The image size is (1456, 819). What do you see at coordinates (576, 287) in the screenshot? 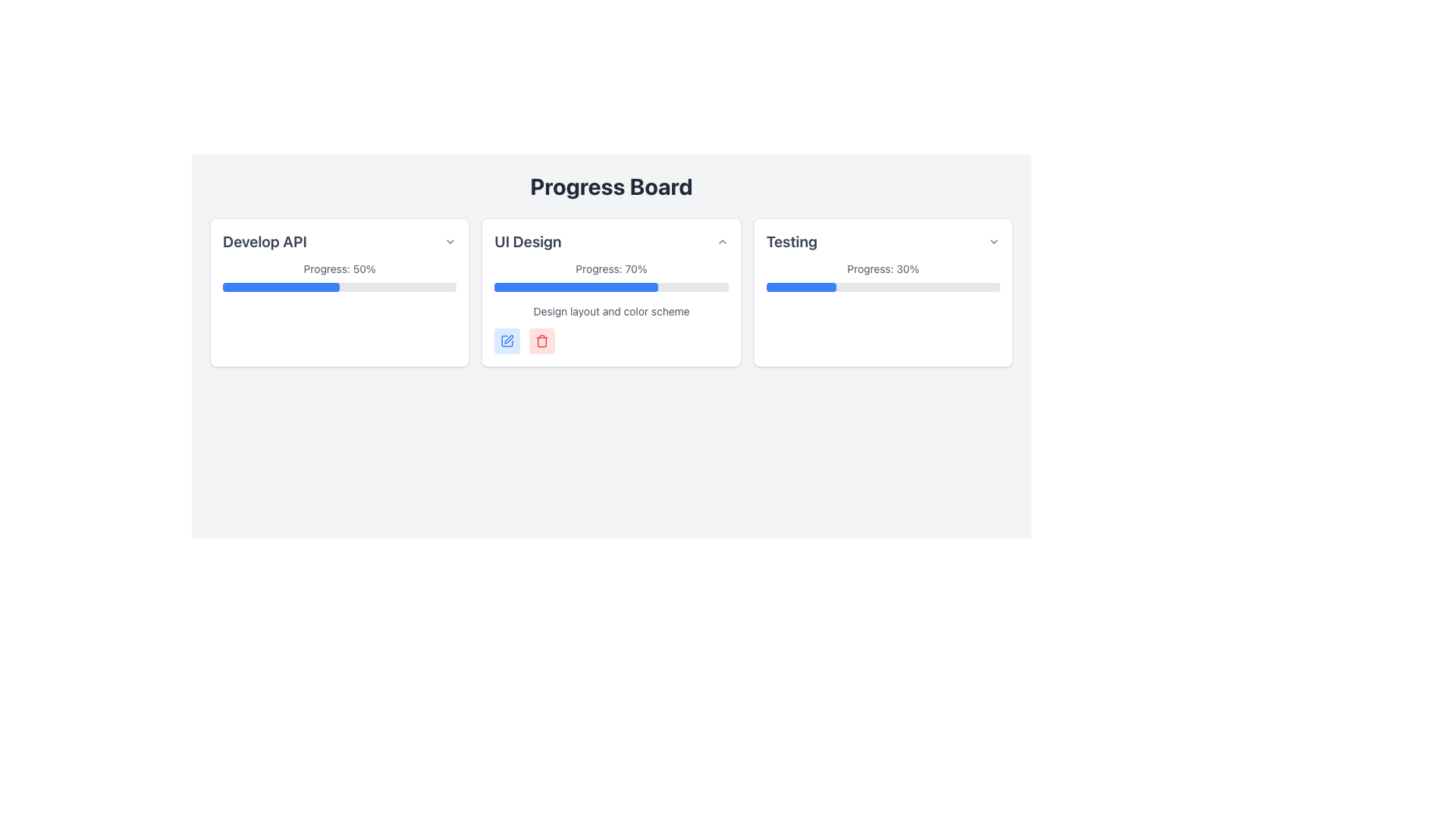
I see `the blue-filled segment of the progress bar within the 'UI Design' card, which indicates a progress percentage of 70%` at bounding box center [576, 287].